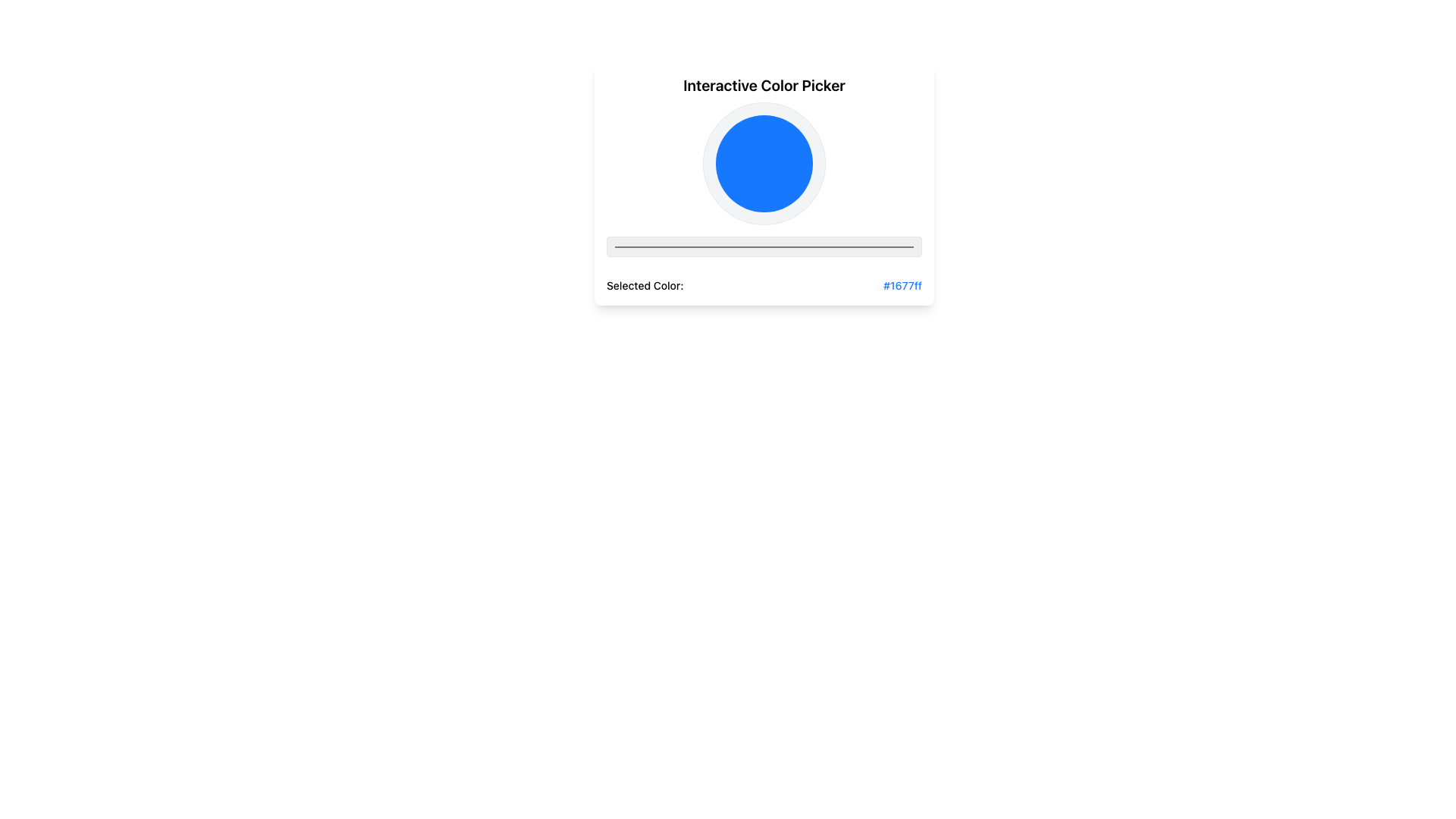  What do you see at coordinates (902, 286) in the screenshot?
I see `the Static Text displaying '#1677ff' in a blue font, located to the right of the 'Selected Color:' label` at bounding box center [902, 286].